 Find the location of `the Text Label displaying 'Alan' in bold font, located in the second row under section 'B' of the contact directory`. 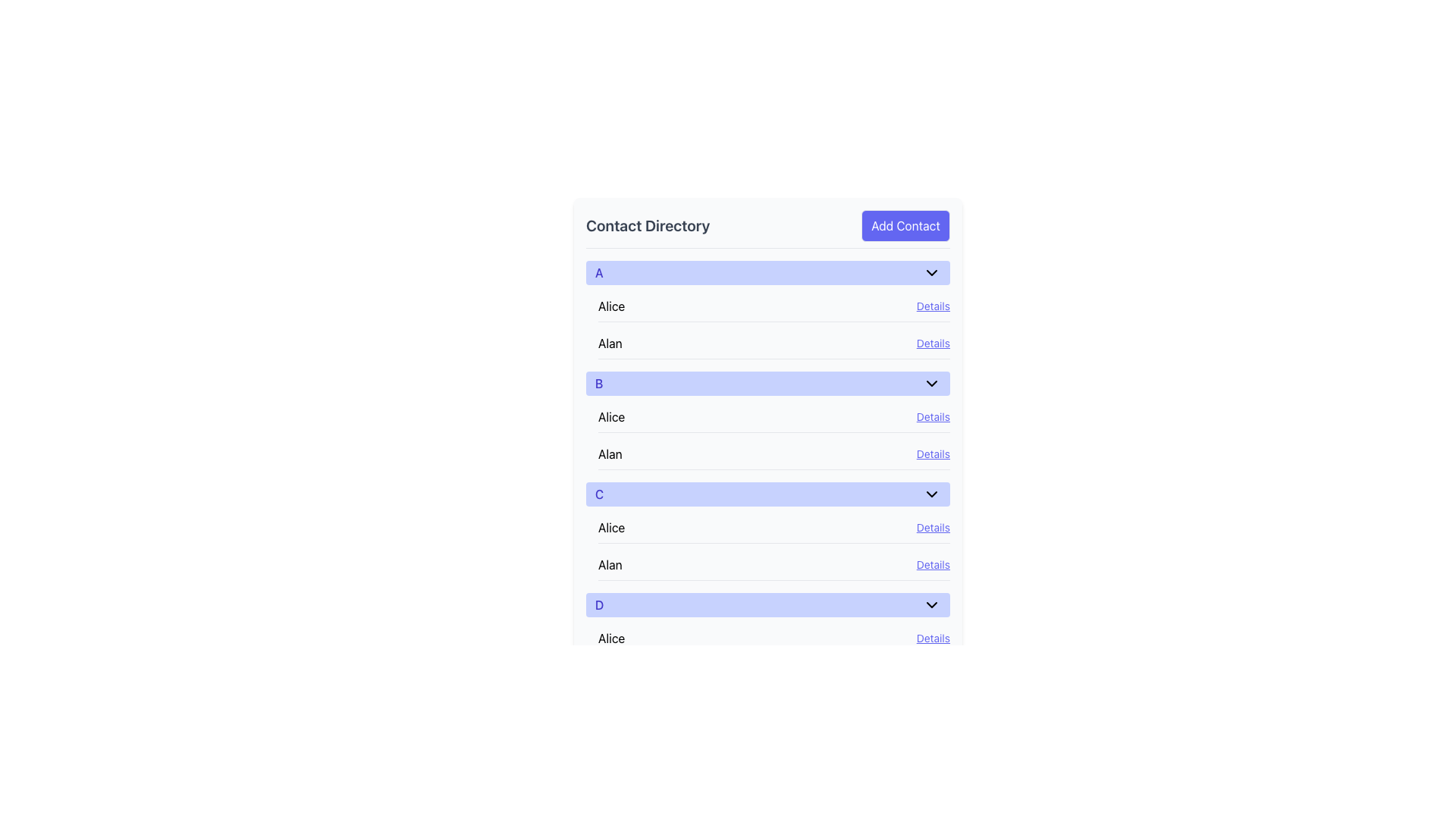

the Text Label displaying 'Alan' in bold font, located in the second row under section 'B' of the contact directory is located at coordinates (610, 453).